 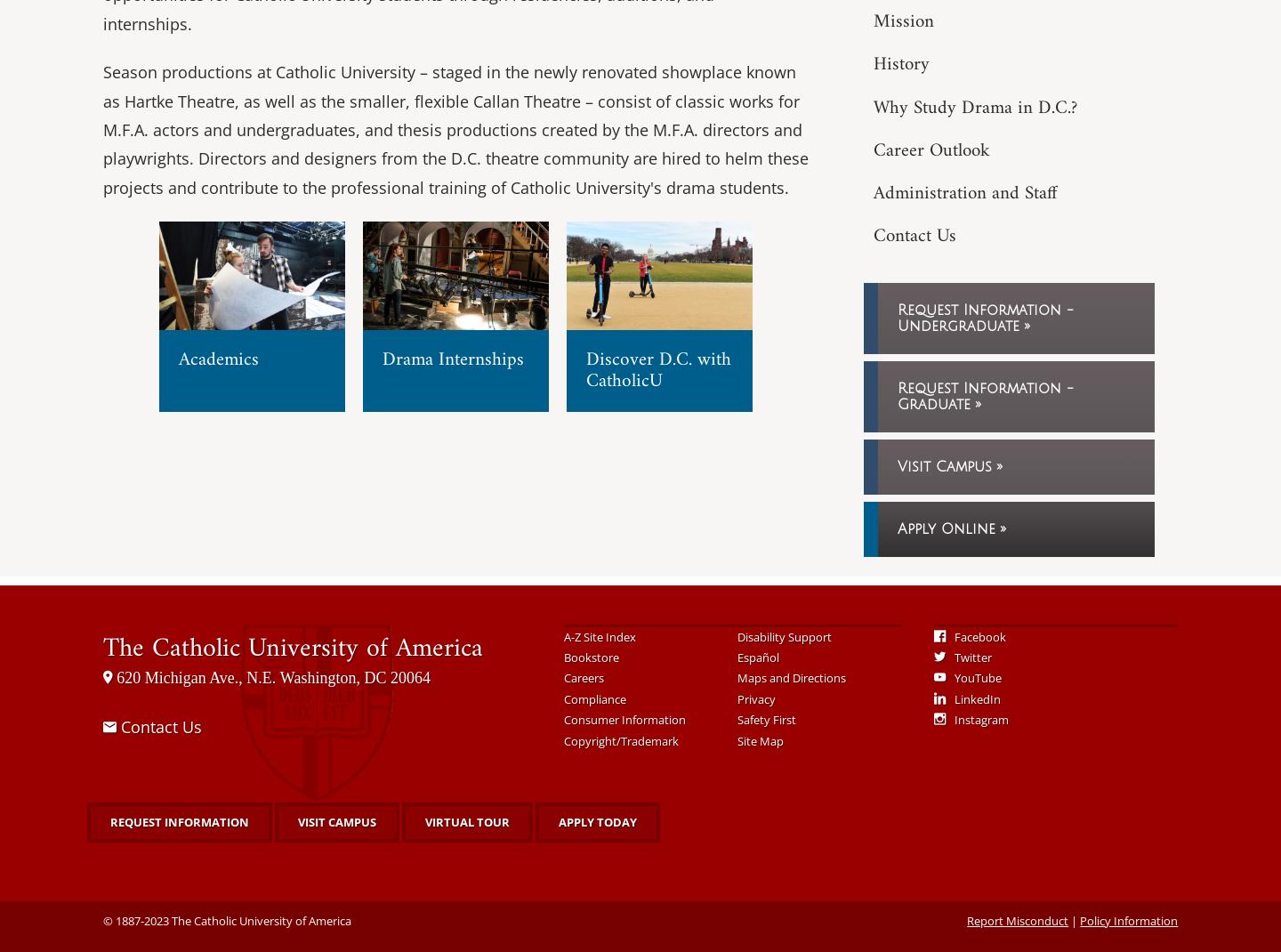 What do you see at coordinates (976, 676) in the screenshot?
I see `'YouTube'` at bounding box center [976, 676].